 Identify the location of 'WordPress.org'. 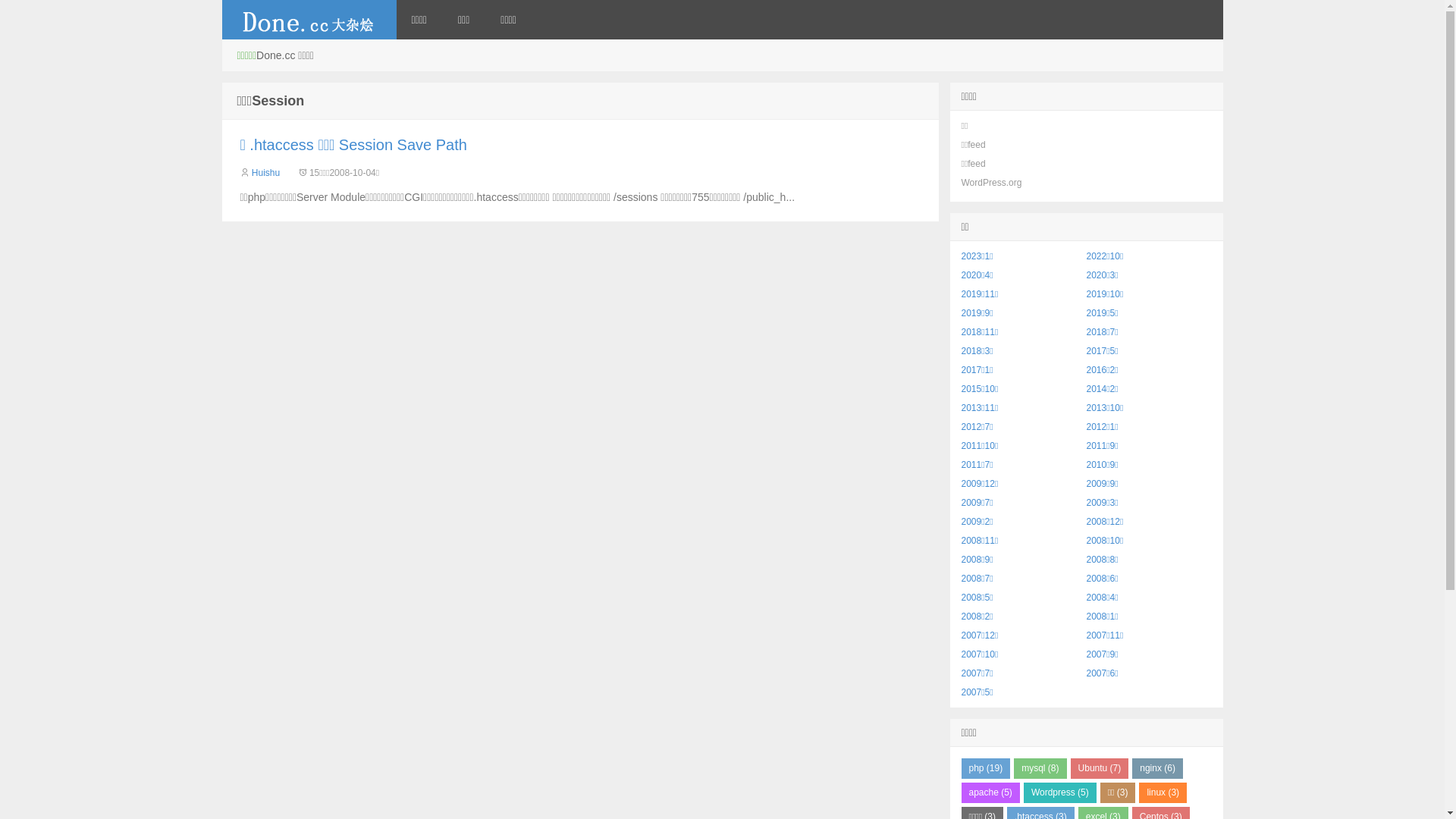
(960, 181).